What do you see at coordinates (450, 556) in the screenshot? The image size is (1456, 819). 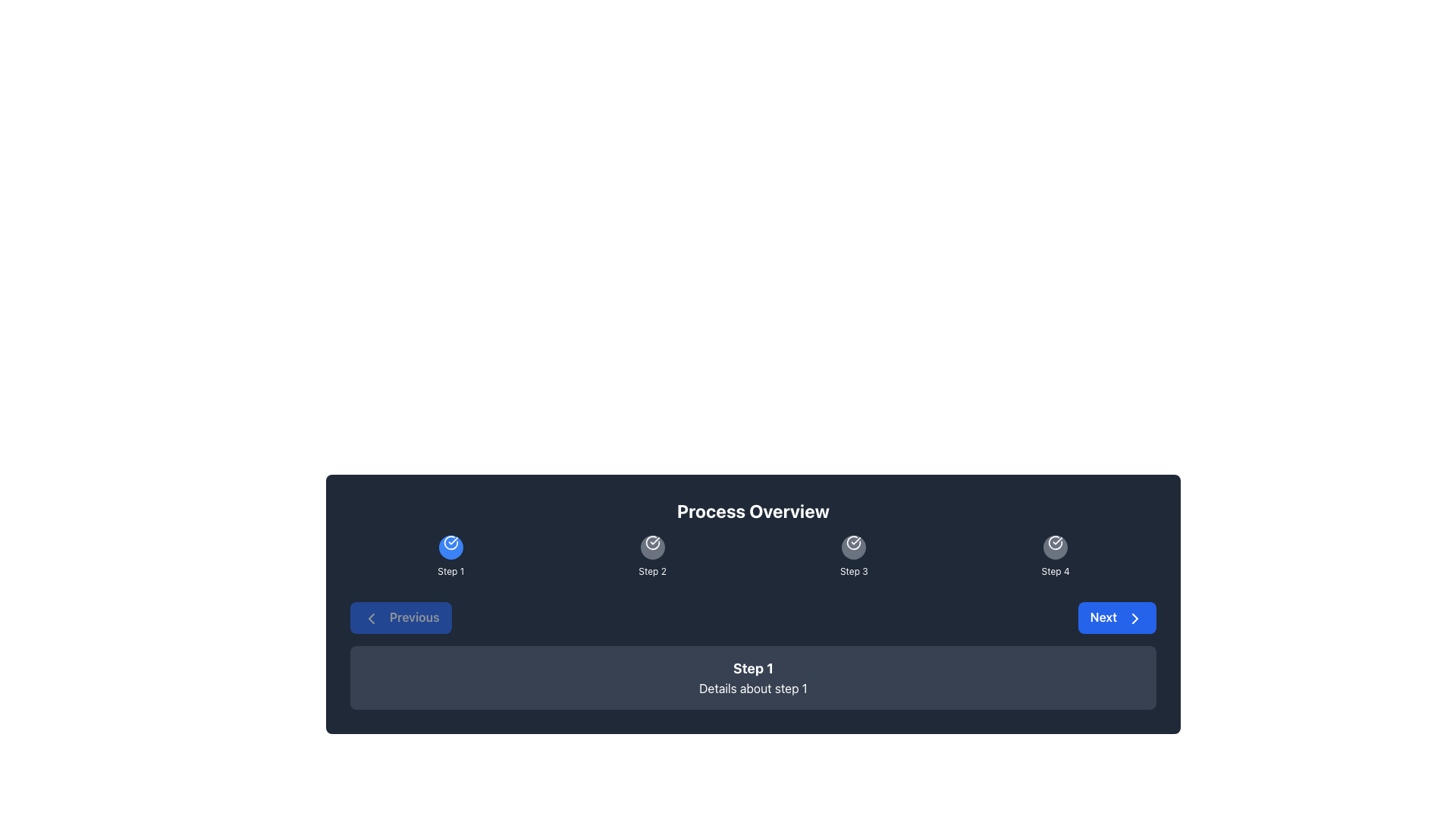 I see `the Interactive step indicator which is a blue circular icon with a white check mark labeled 'Step 1', located at the far left of the step indicators` at bounding box center [450, 556].